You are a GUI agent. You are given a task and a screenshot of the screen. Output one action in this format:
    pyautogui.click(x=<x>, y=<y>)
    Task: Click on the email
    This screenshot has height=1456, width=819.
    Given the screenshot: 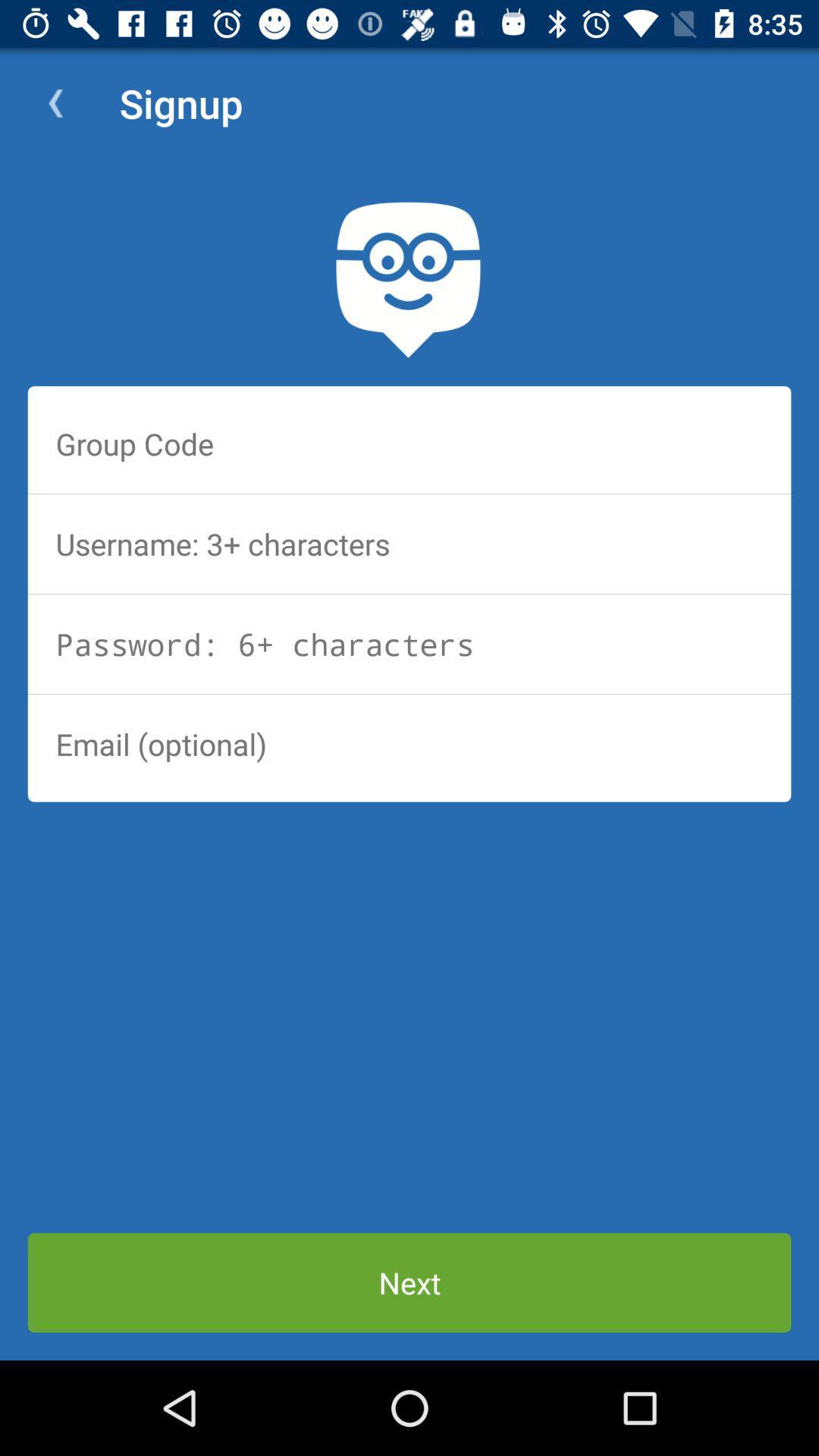 What is the action you would take?
    pyautogui.click(x=409, y=744)
    